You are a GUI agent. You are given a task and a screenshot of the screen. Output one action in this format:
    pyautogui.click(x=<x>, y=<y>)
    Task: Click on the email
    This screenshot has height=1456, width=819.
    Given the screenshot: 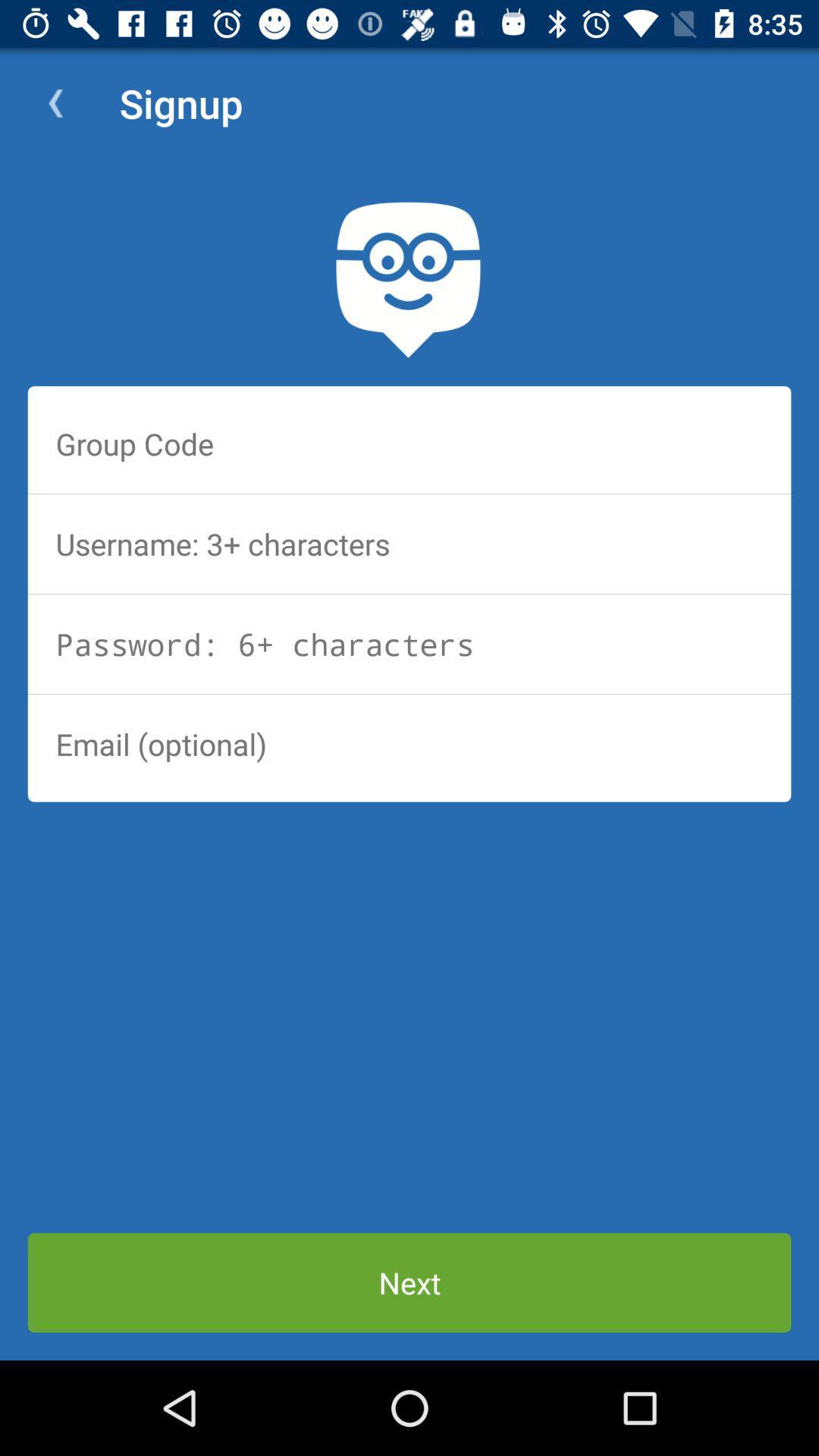 What is the action you would take?
    pyautogui.click(x=409, y=744)
    